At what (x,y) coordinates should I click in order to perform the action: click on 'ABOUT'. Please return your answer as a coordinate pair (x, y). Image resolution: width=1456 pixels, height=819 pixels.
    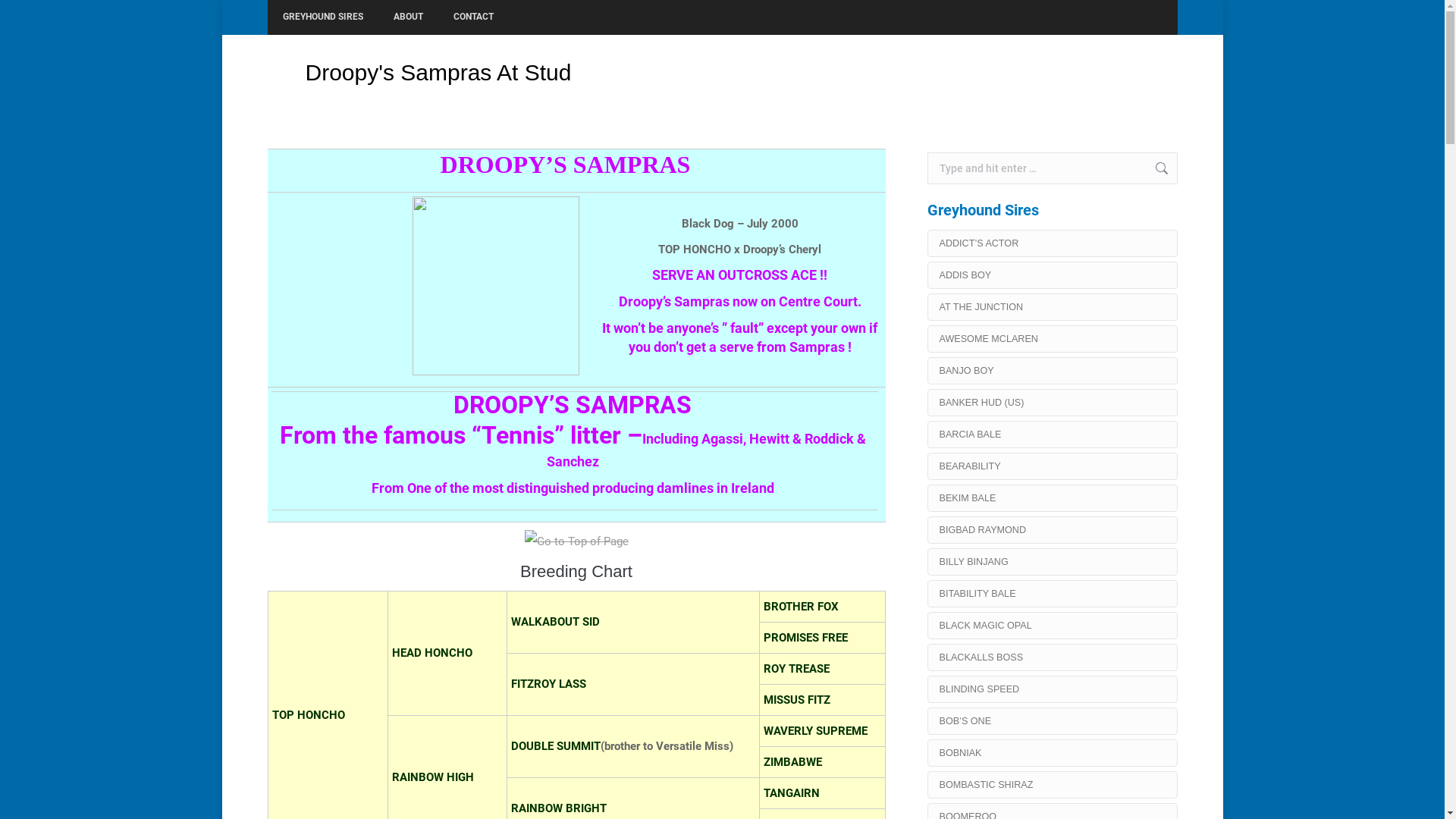
    Looking at the image, I should click on (407, 17).